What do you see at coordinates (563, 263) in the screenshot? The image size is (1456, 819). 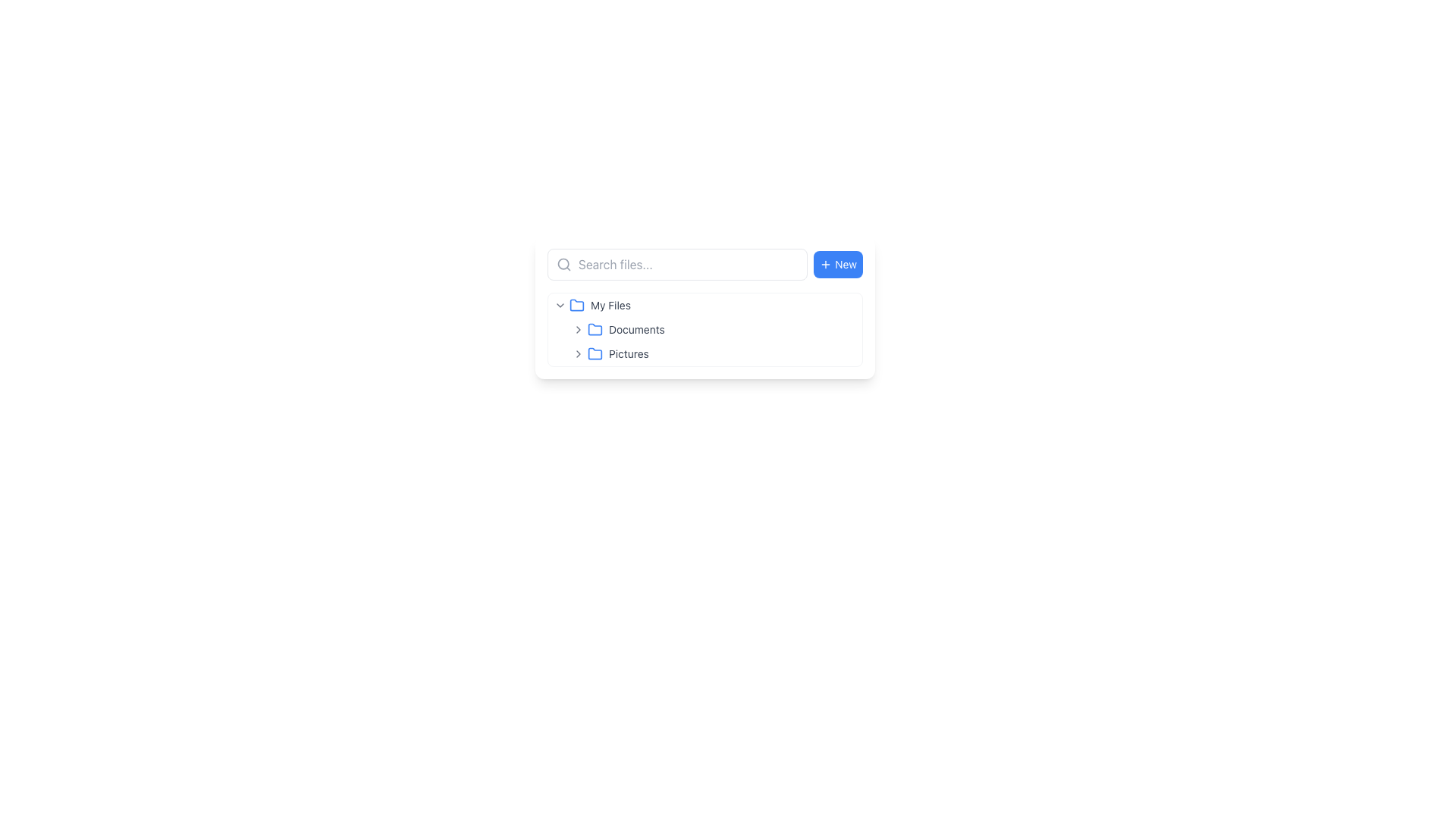 I see `properties of the circular search icon element located within the SVG, which symbolizes the search functionality in the user interface` at bounding box center [563, 263].